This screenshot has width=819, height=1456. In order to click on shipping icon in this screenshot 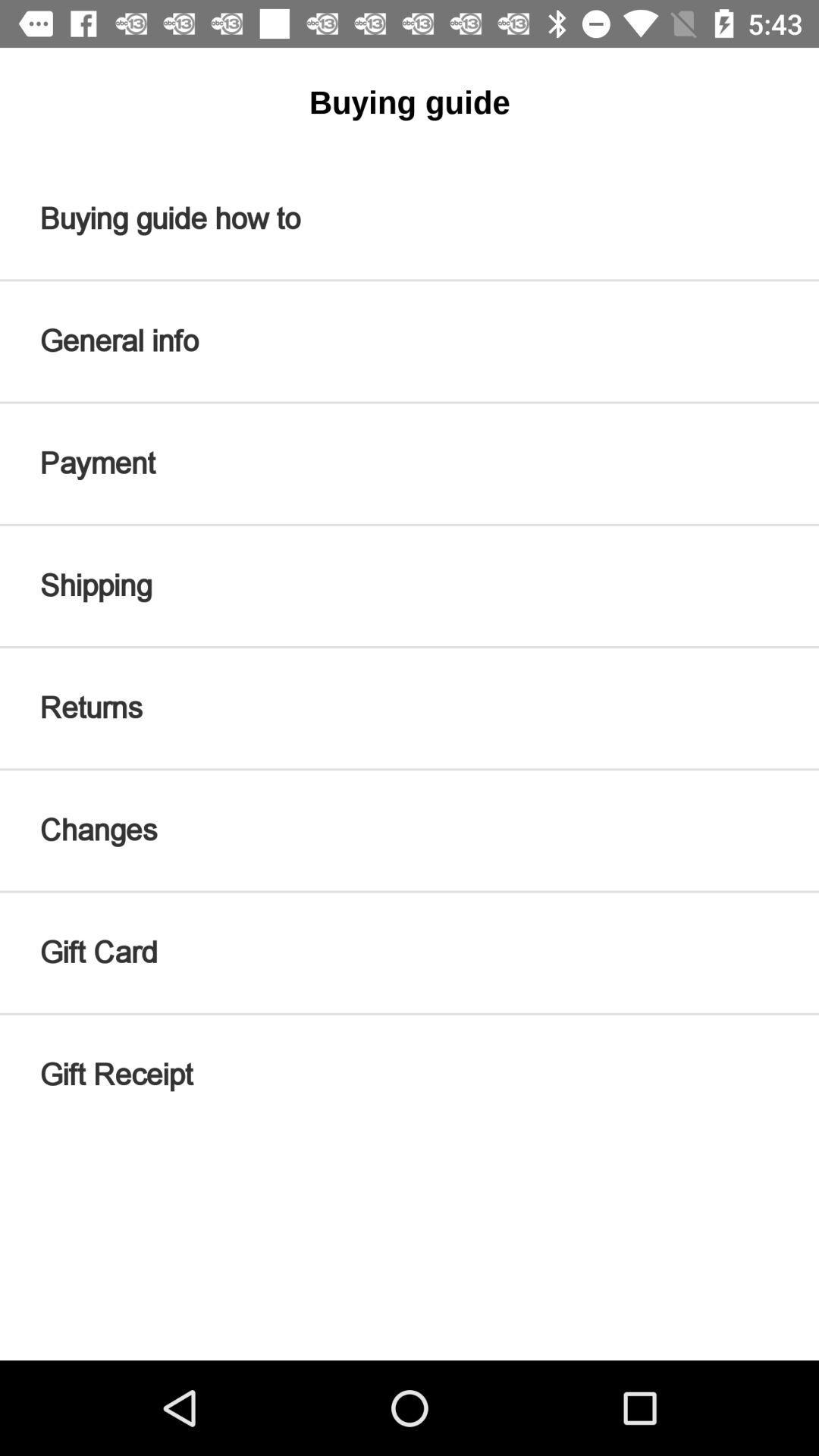, I will do `click(409, 585)`.